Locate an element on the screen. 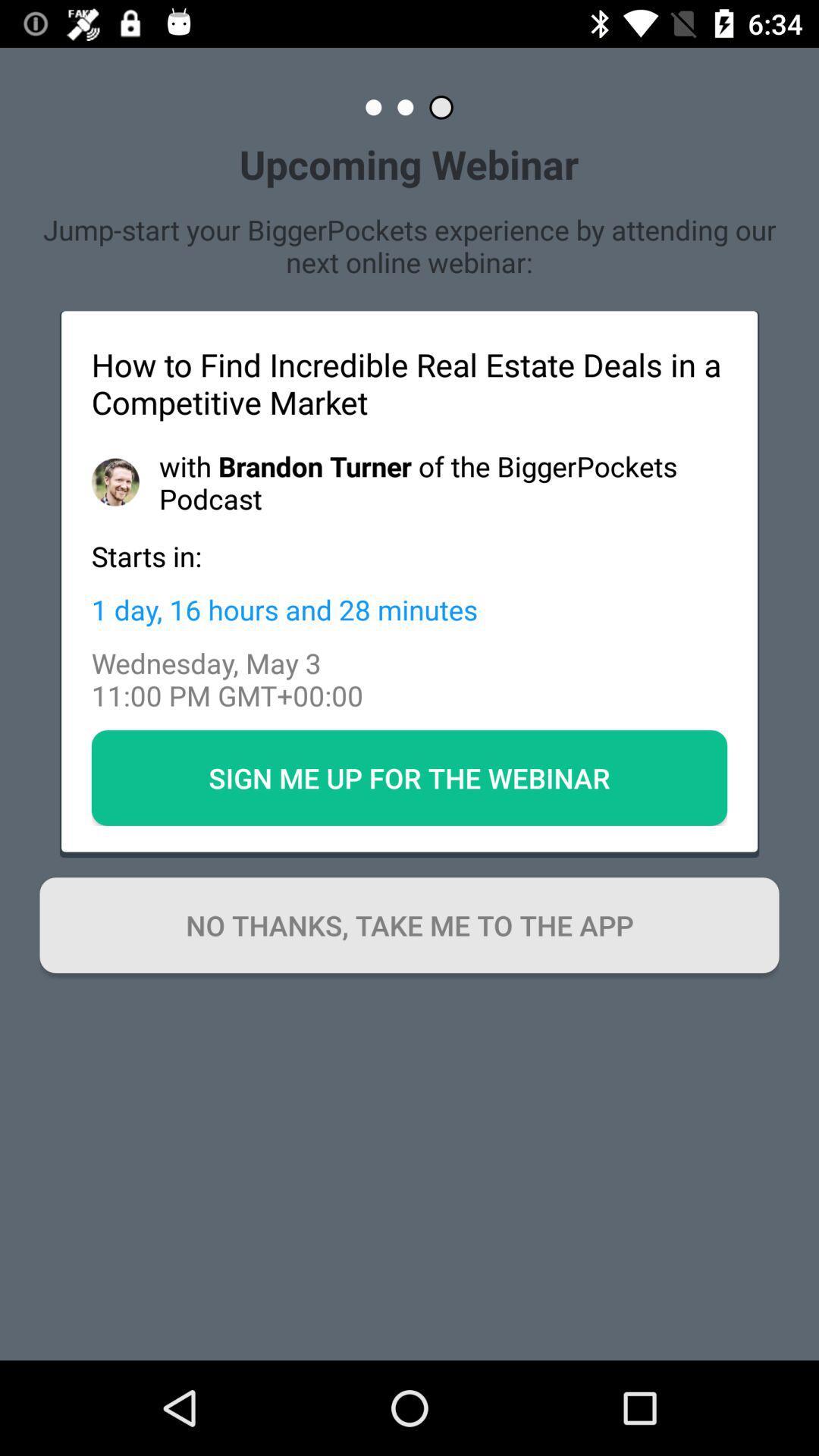 The image size is (819, 1456). button below sign me up button is located at coordinates (409, 924).